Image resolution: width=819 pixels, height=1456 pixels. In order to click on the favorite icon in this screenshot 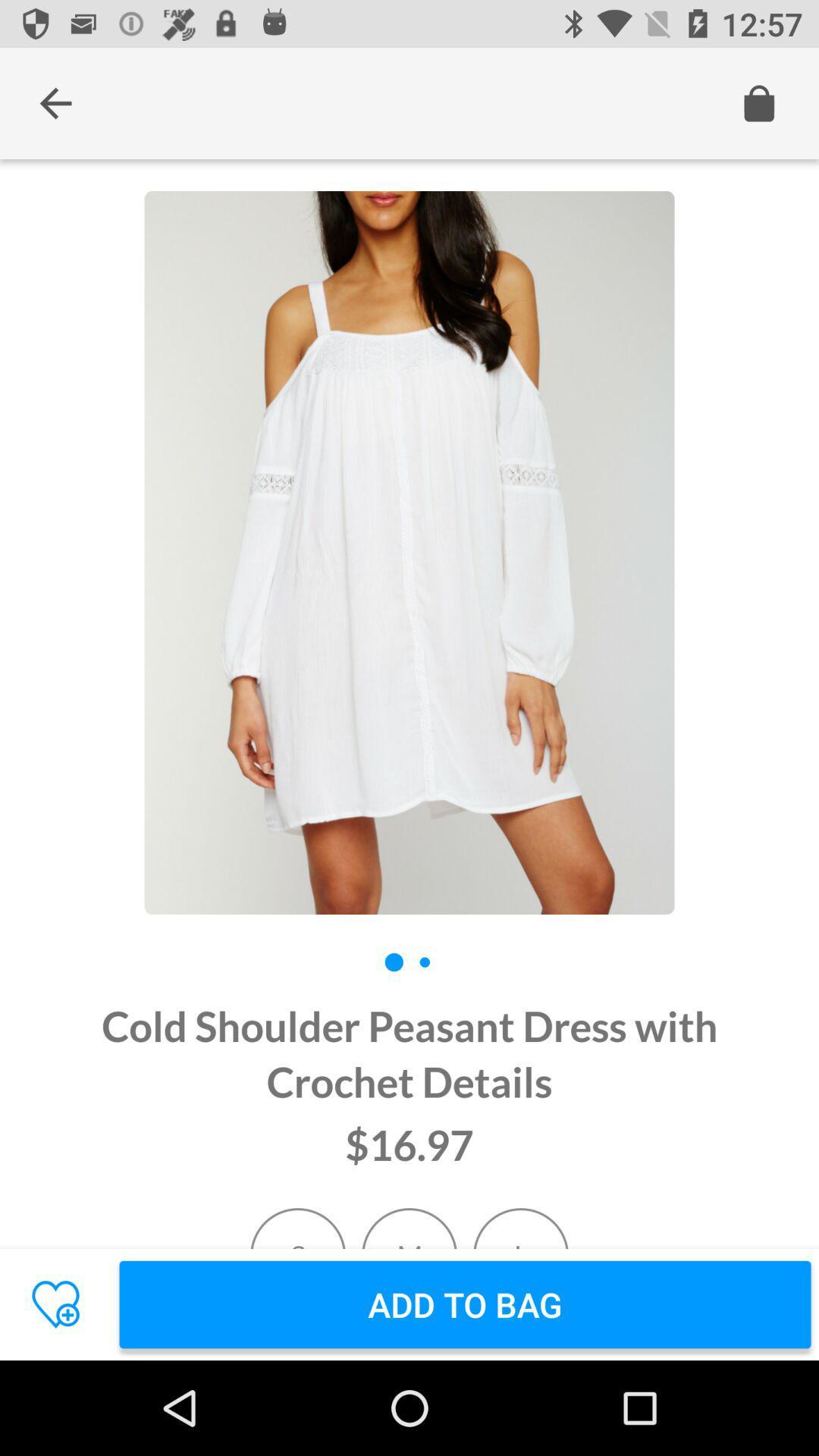, I will do `click(55, 1304)`.